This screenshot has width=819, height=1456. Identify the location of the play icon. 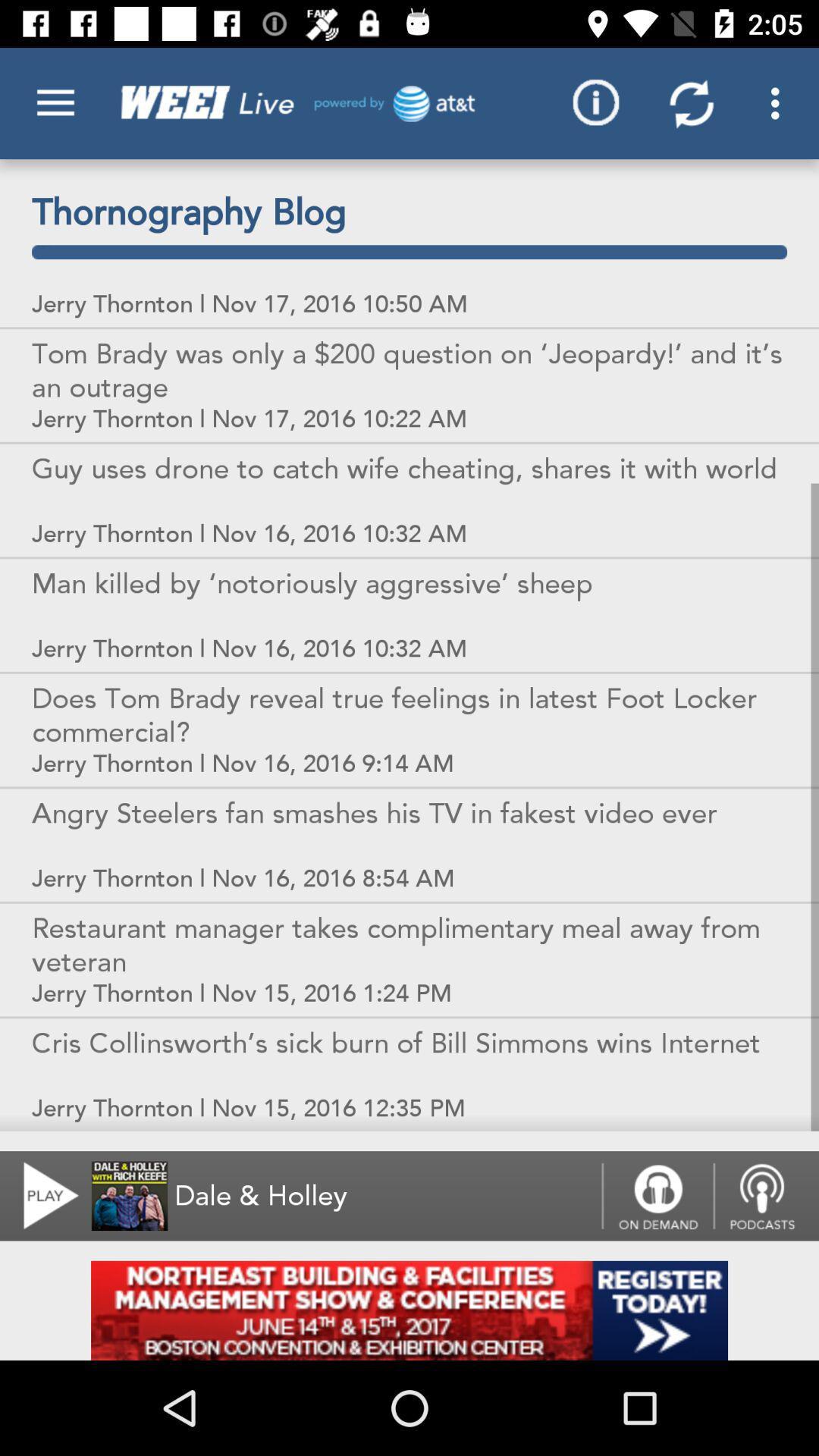
(41, 1195).